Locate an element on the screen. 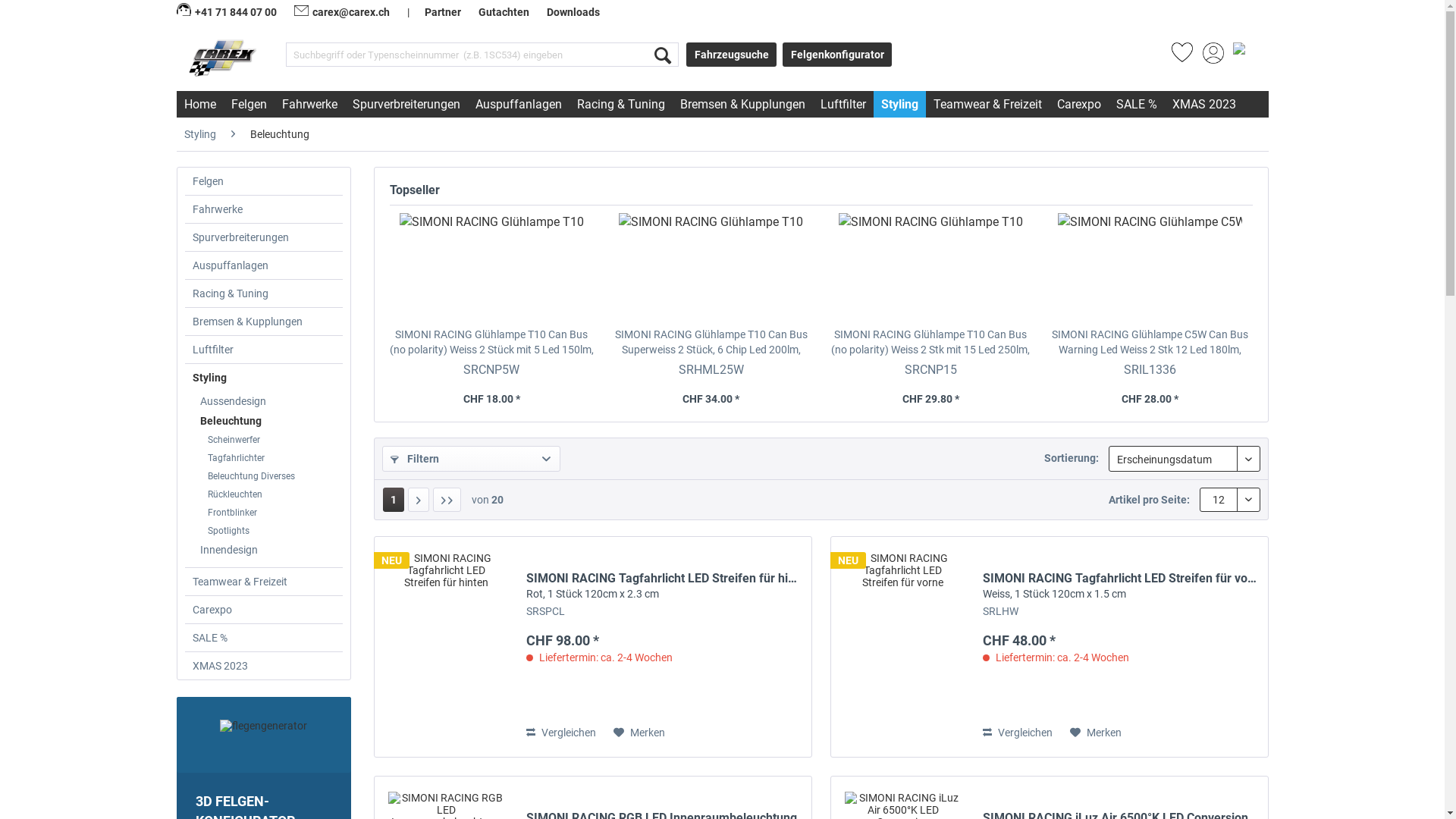  'carex@carex.ch' is located at coordinates (341, 11).